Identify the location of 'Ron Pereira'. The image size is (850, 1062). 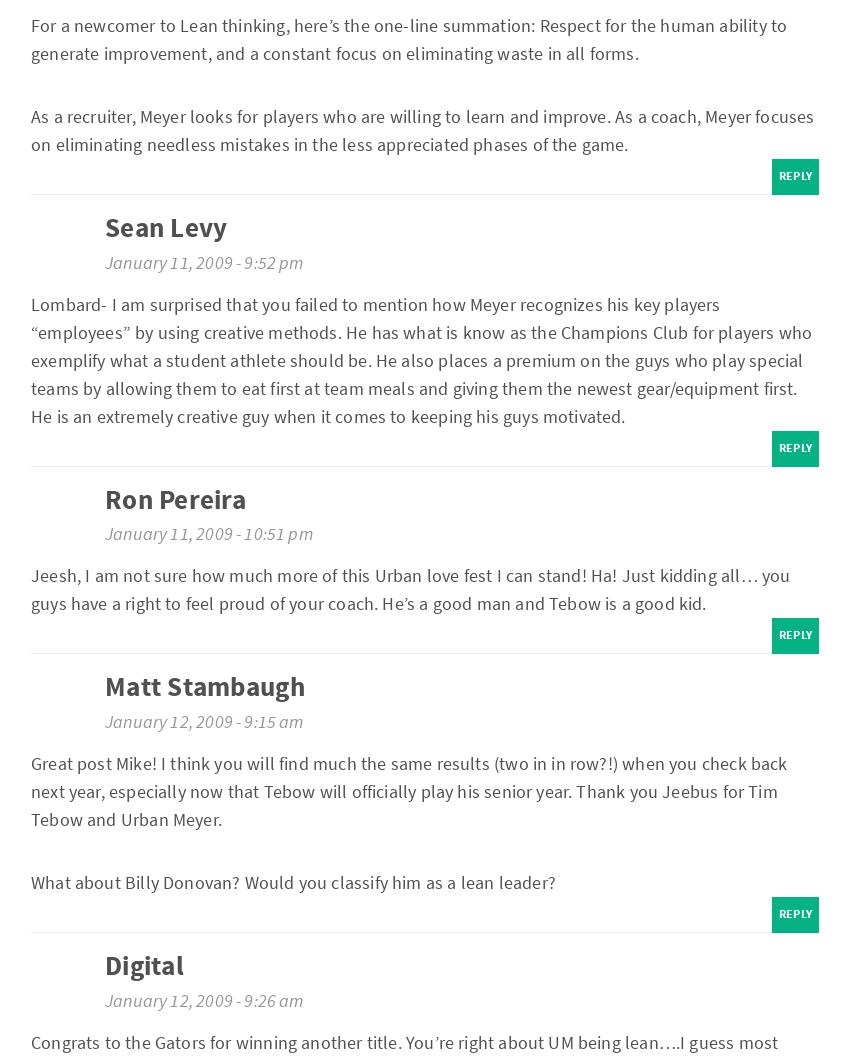
(174, 499).